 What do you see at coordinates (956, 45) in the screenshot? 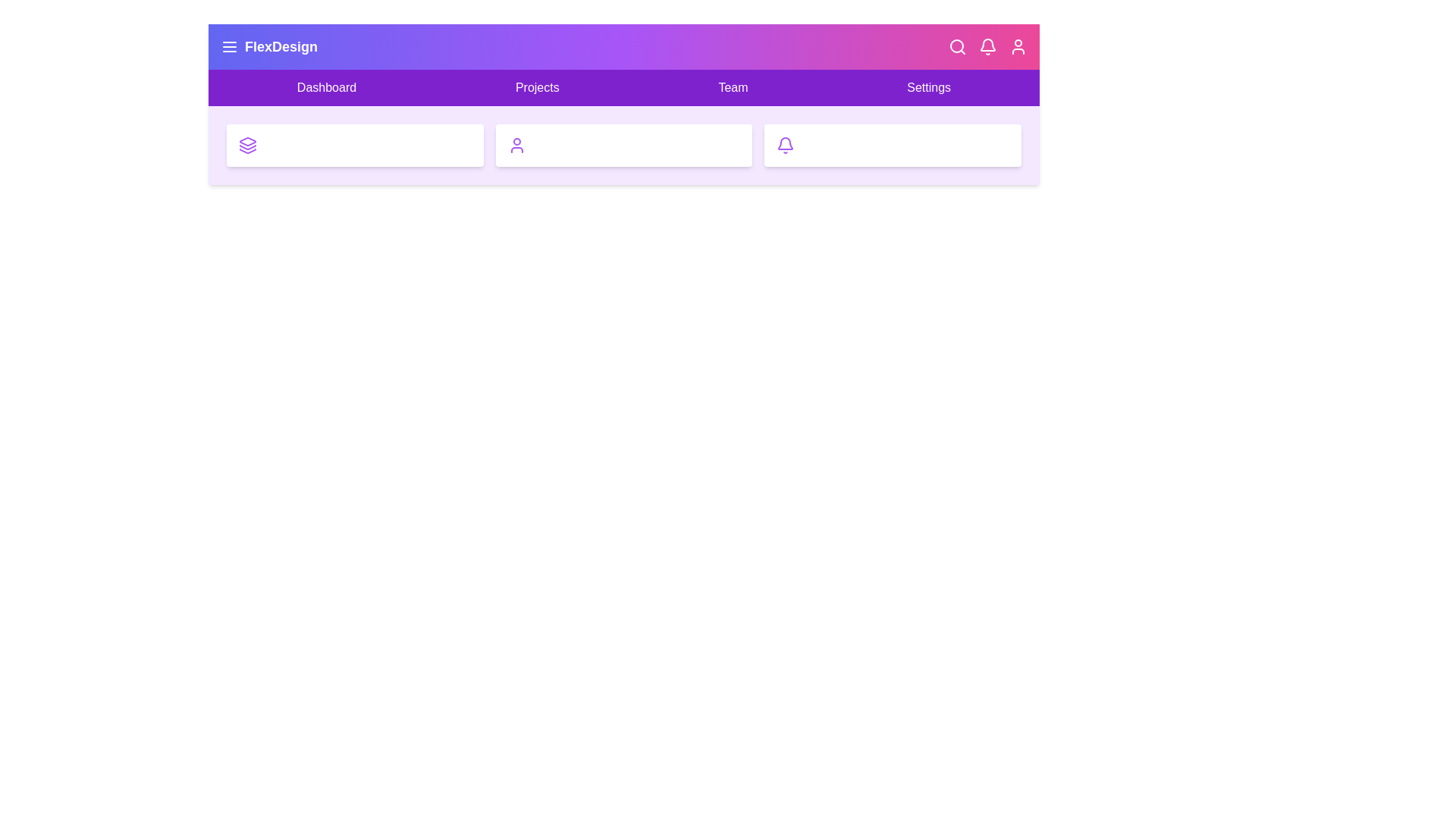
I see `the Search icon in the top bar` at bounding box center [956, 45].